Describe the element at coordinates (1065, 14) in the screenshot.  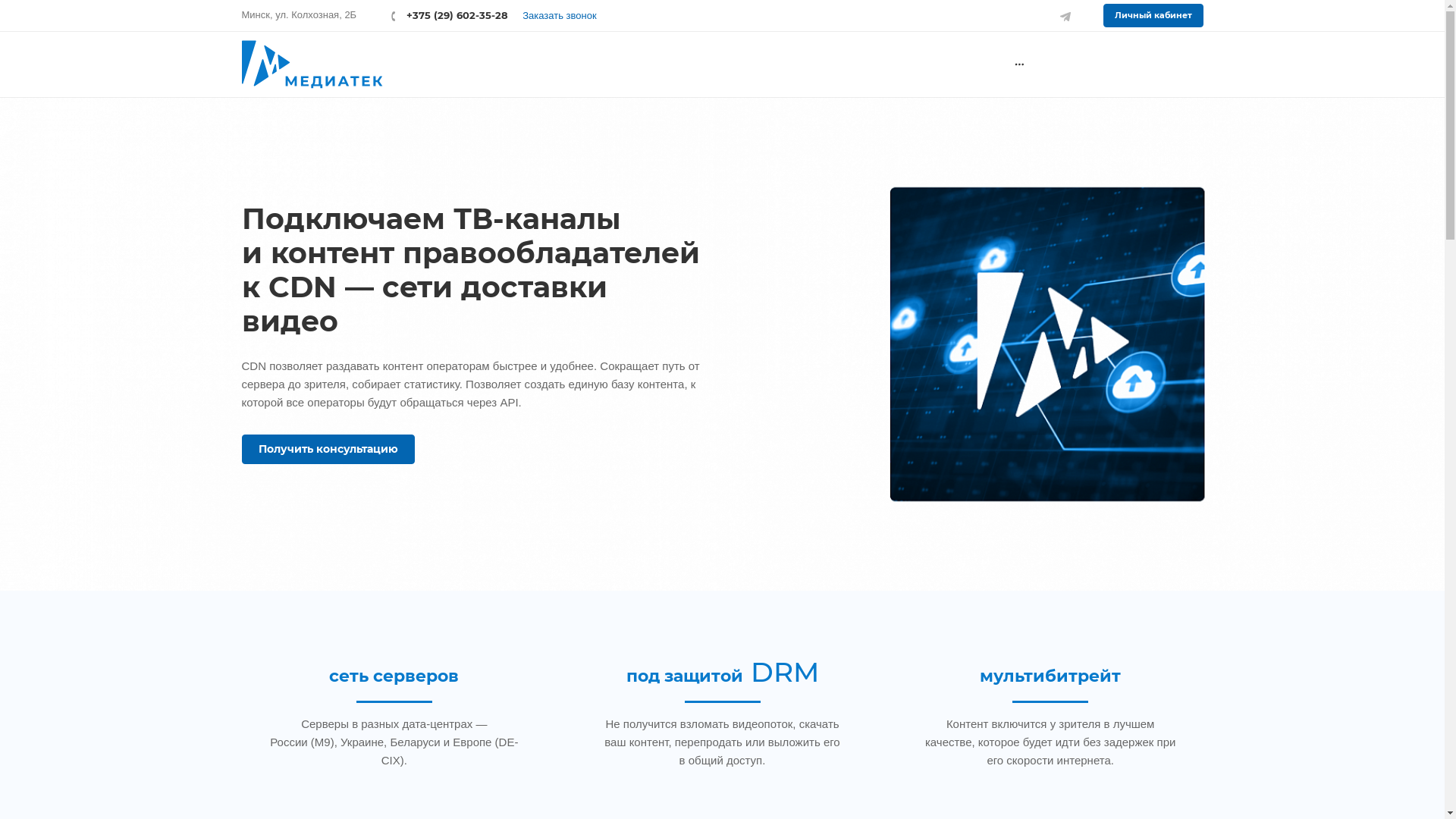
I see `'Telegram'` at that location.